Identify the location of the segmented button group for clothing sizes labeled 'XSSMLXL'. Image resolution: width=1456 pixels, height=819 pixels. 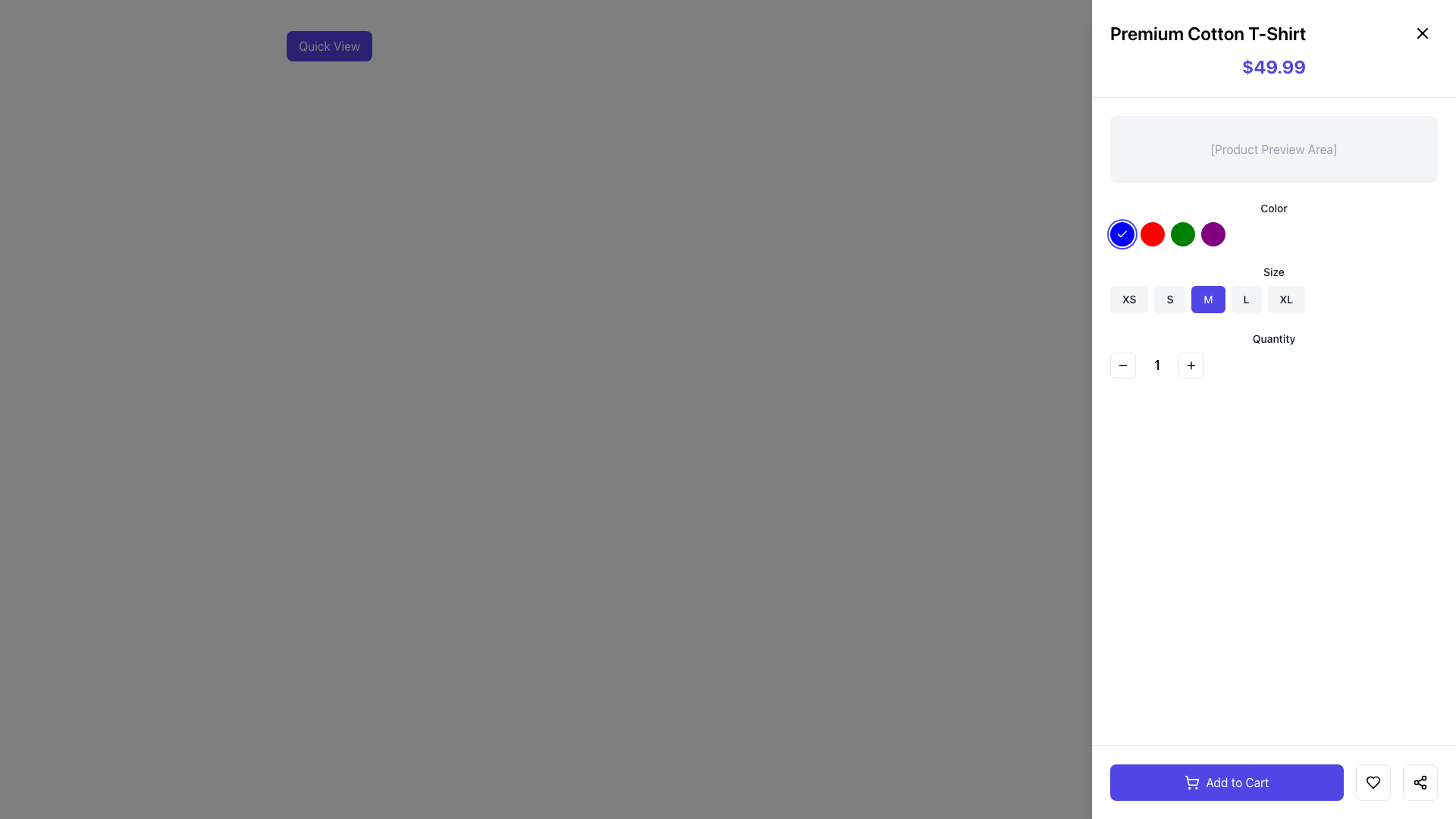
(1274, 299).